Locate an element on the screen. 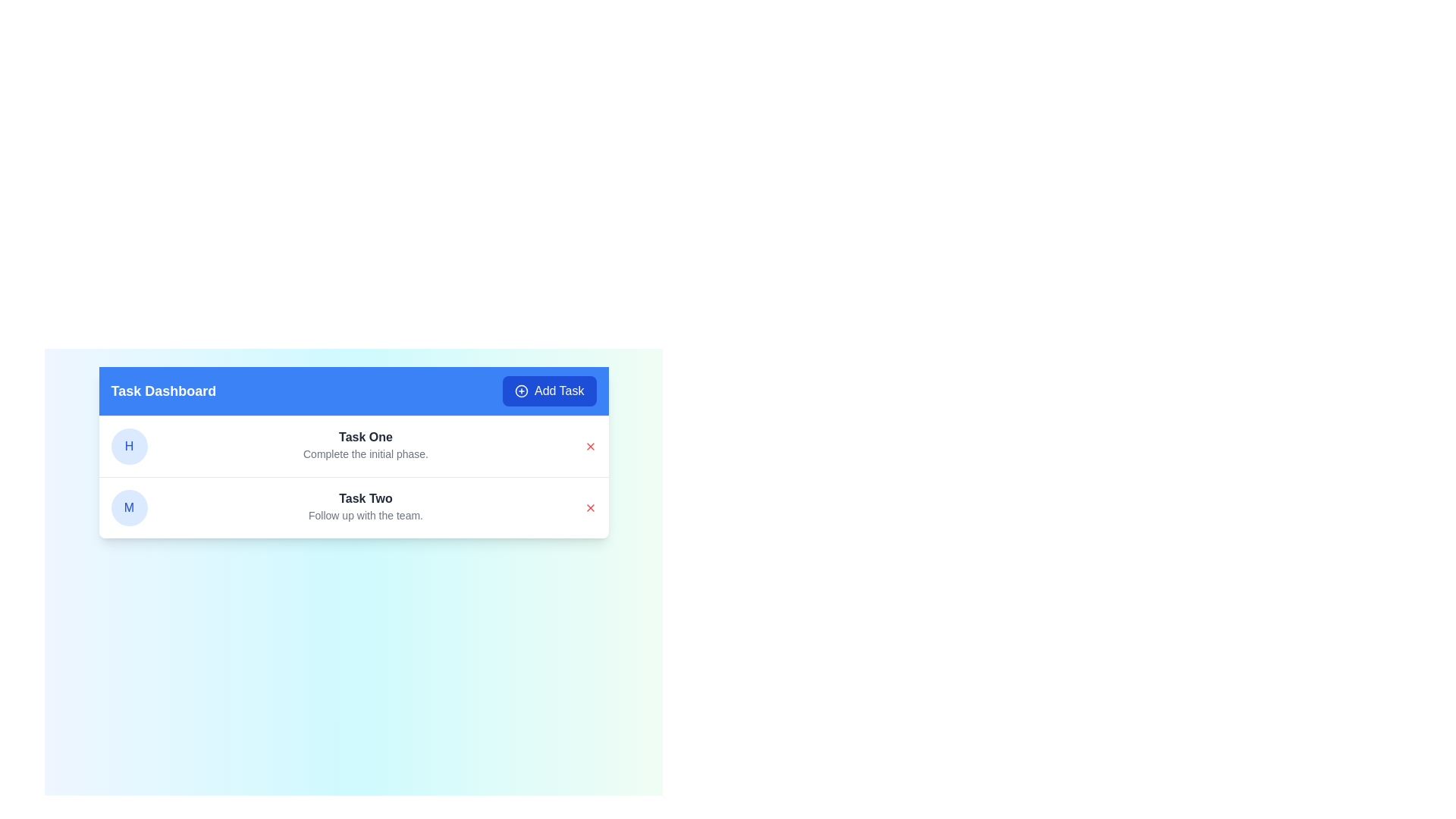  the first task item in the task management interface located below the 'Task Dashboard' header and above 'Task Two' is located at coordinates (353, 446).